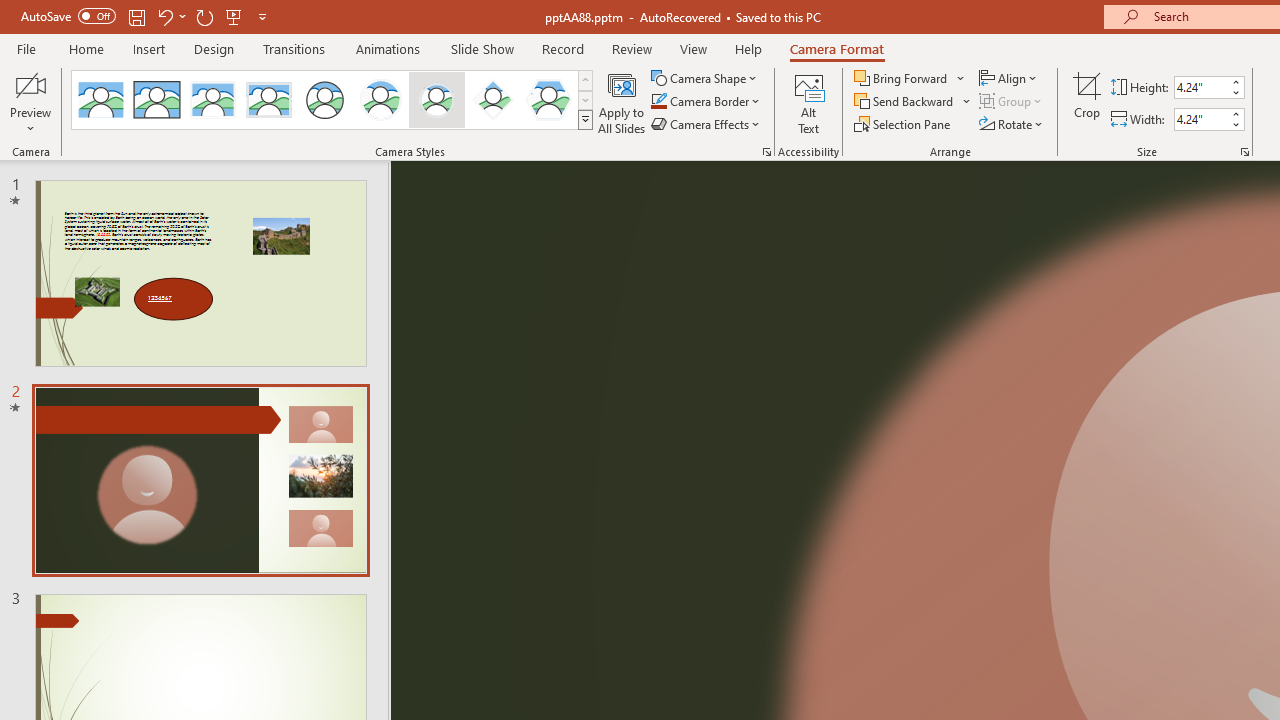 This screenshot has height=720, width=1280. Describe the element at coordinates (214, 48) in the screenshot. I see `'Design'` at that location.